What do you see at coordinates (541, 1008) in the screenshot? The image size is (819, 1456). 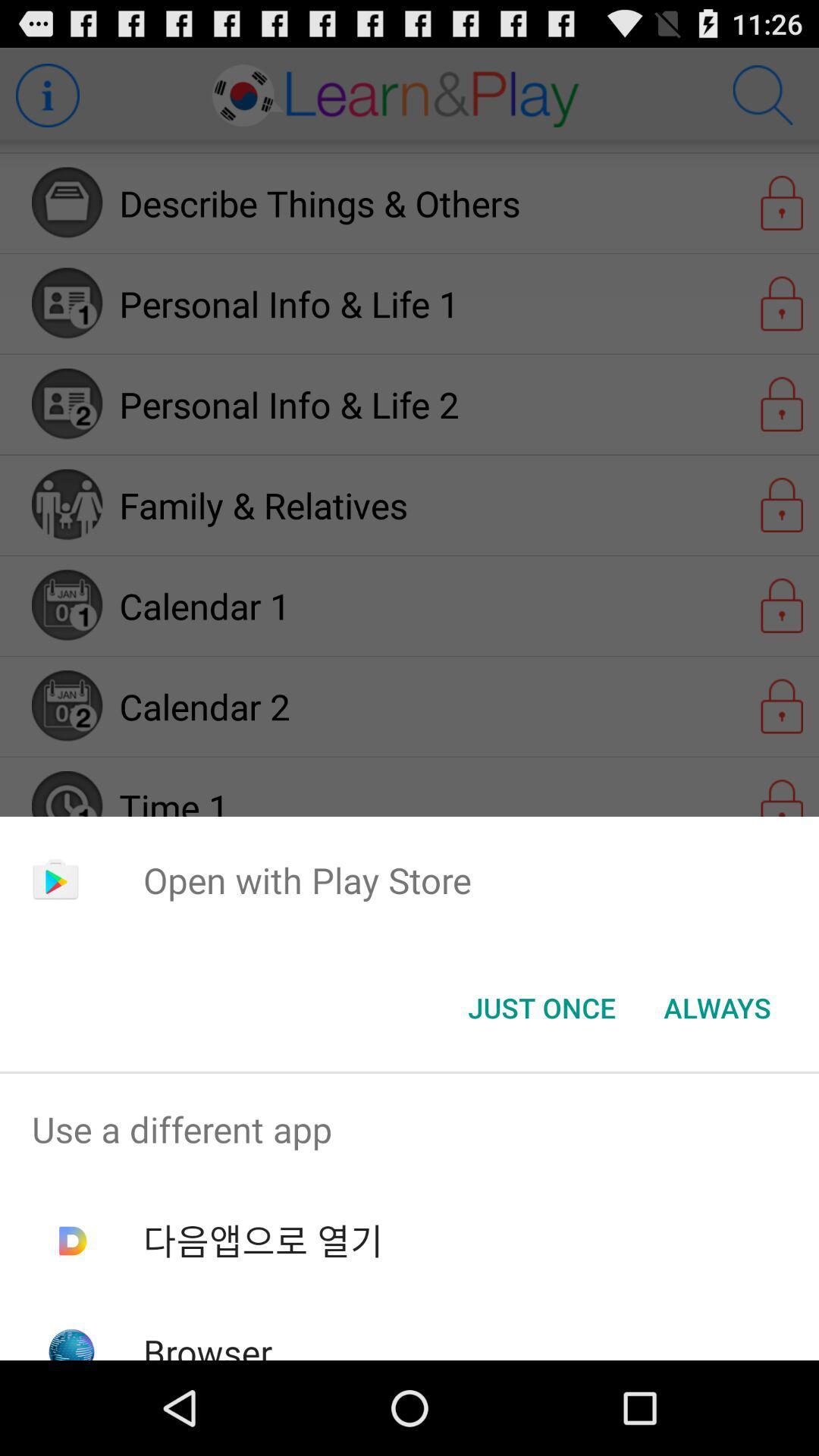 I see `the item below open with play` at bounding box center [541, 1008].